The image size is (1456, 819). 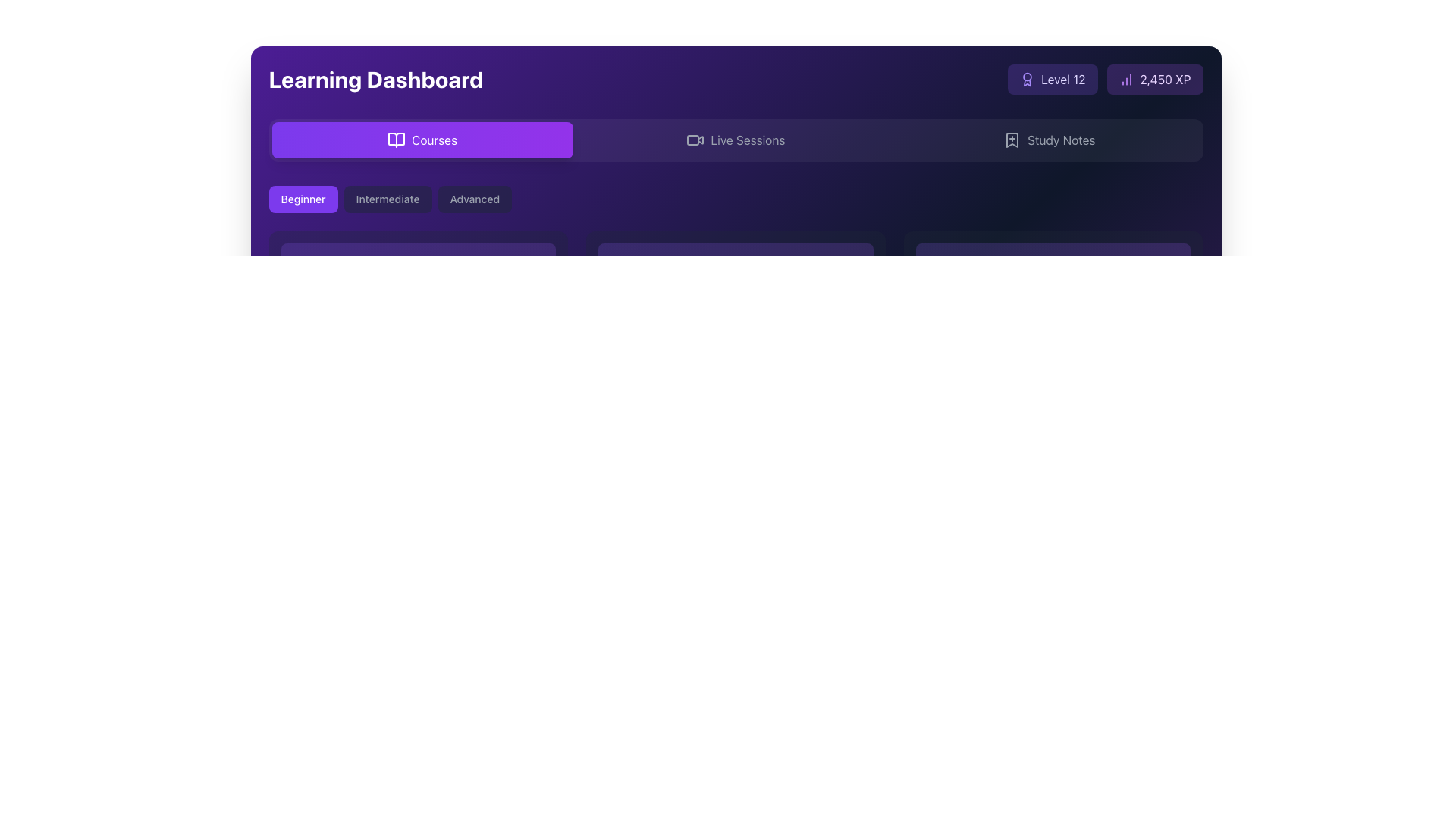 I want to click on the 'Study Notes' button, which is the third item in a horizontally arranged group of options (Courses, Live Sessions, and Study Notes), so click(x=1048, y=140).